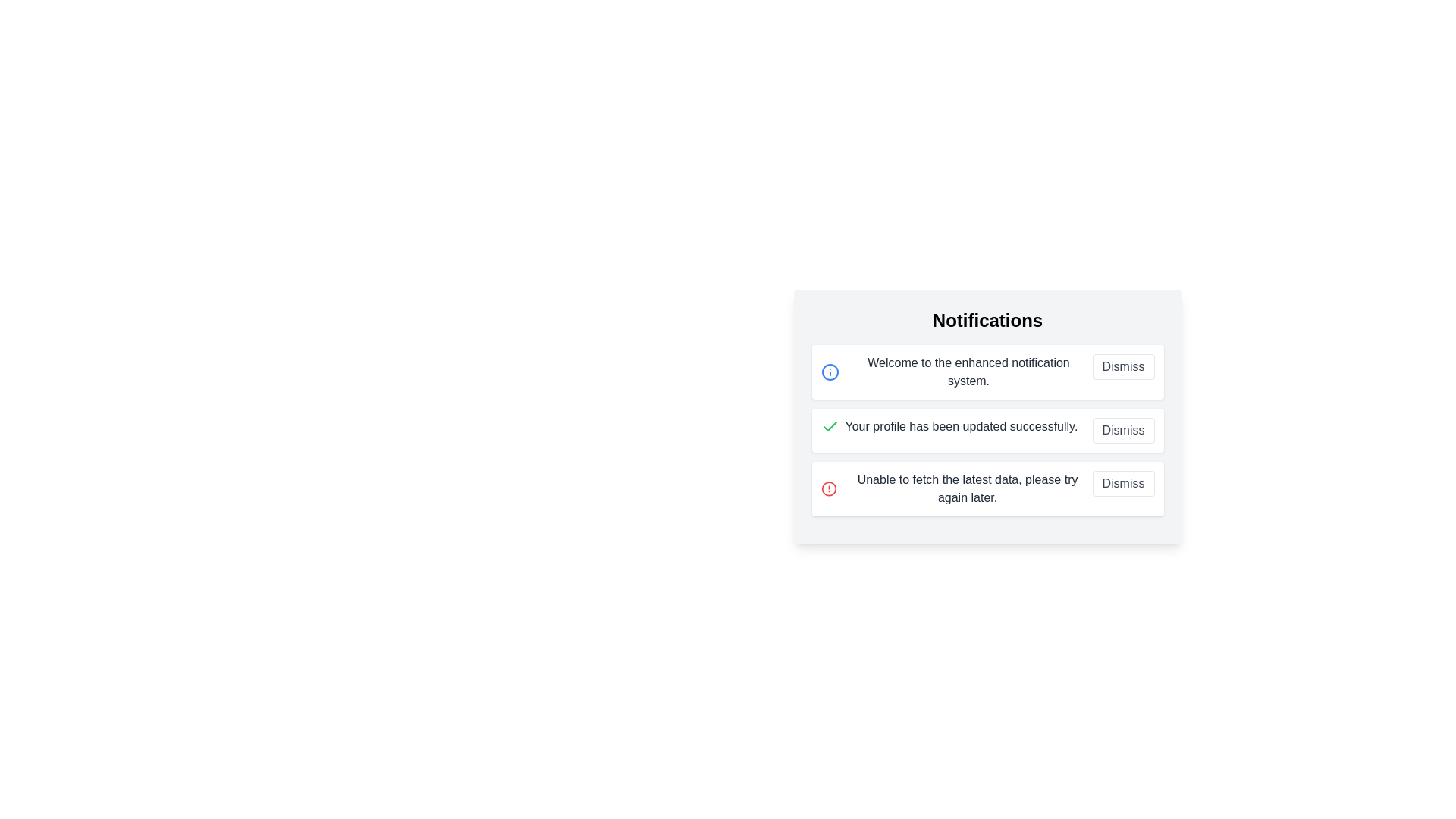 The image size is (1456, 819). I want to click on the small circular blue outlined information icon located to the left of the text 'Welcome to the enhanced notification system.', so click(829, 372).